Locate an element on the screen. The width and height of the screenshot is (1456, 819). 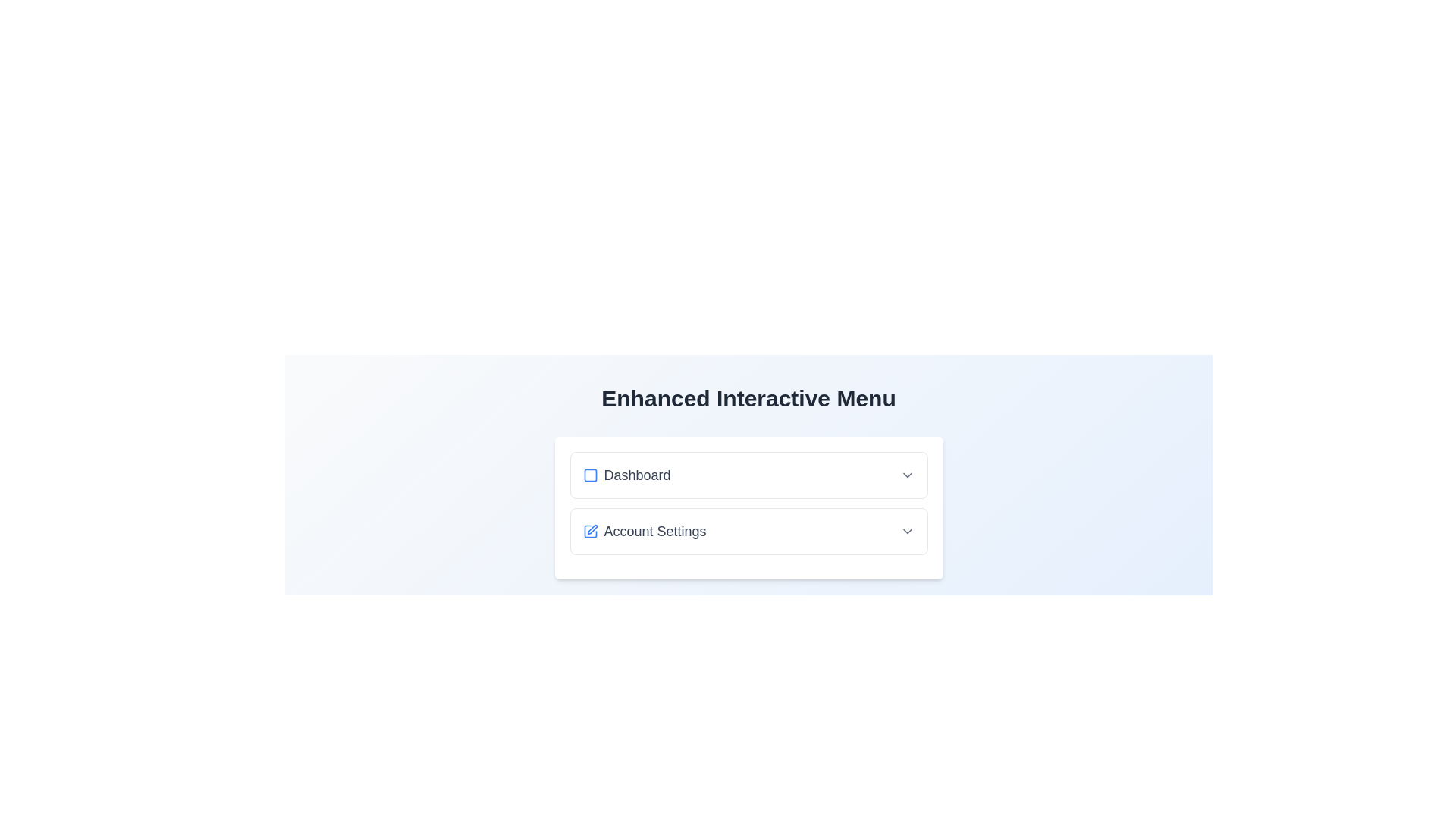
the 'Dashboard' icon which visually represents the Dashboard section of the interface, located at the top of the menu interface is located at coordinates (589, 475).